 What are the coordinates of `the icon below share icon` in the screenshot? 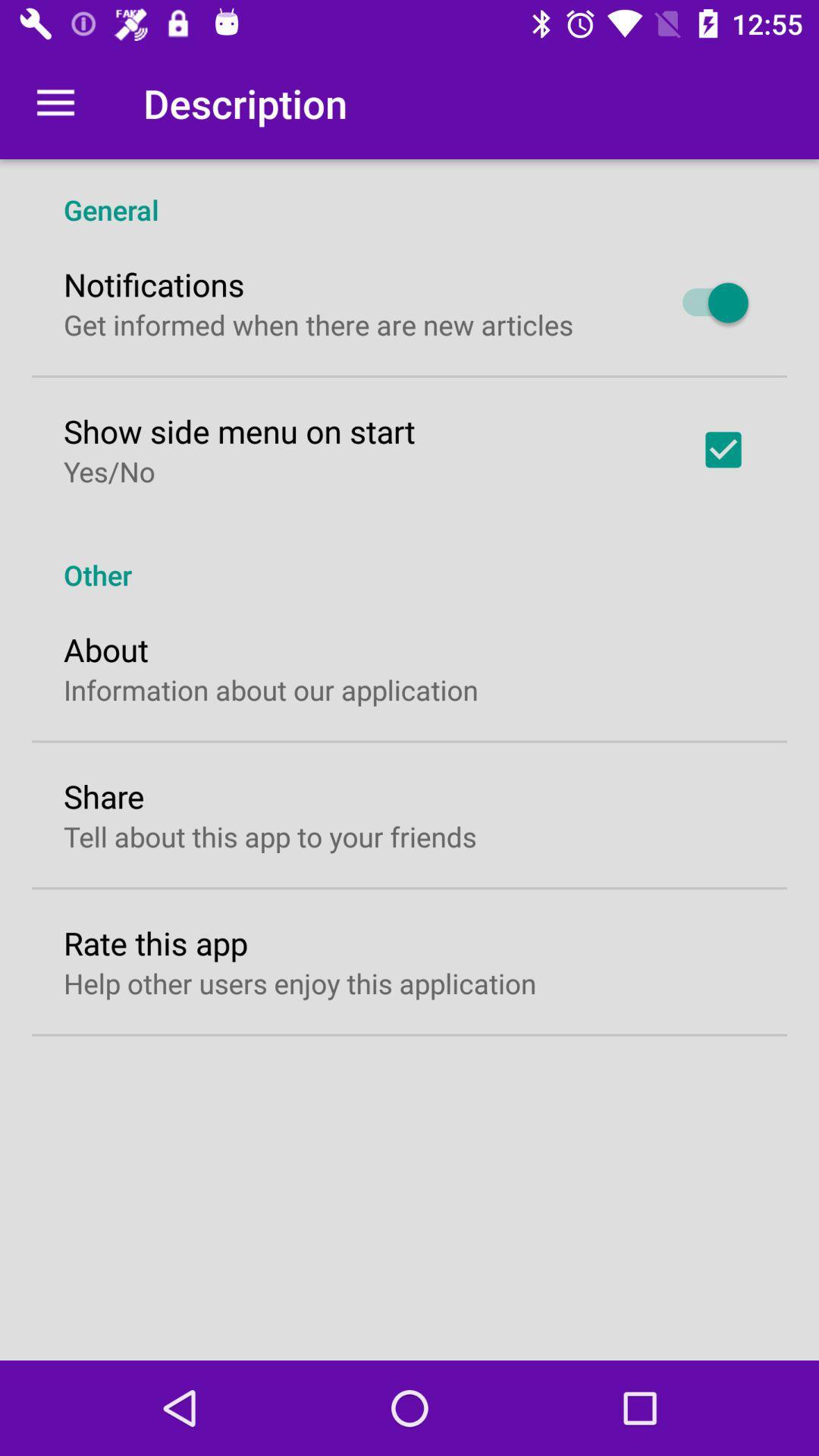 It's located at (269, 836).